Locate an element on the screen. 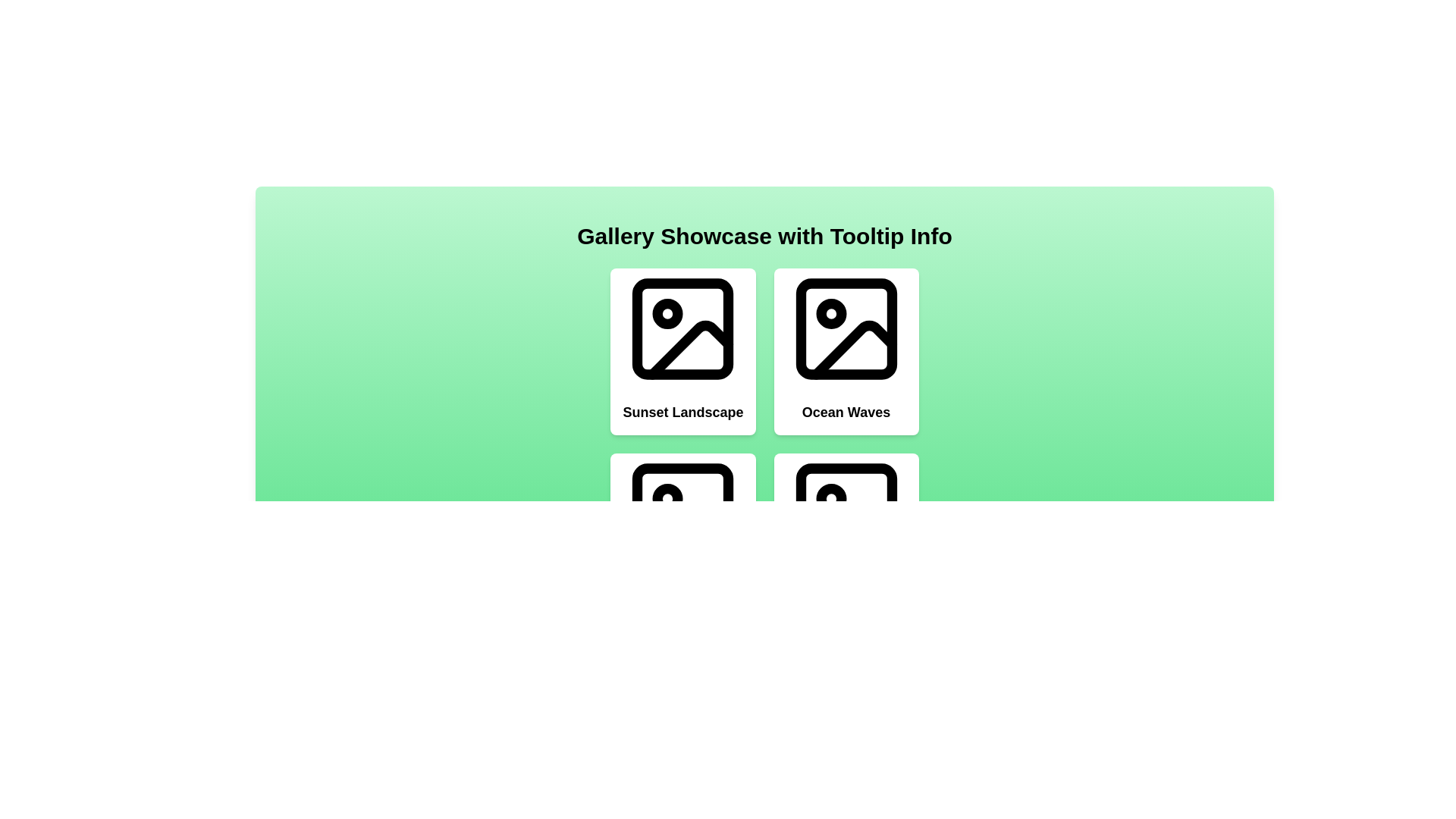 This screenshot has width=1456, height=819. text label that displays 'Ocean Waves', which is located at the bottom-center of a card in the second column of the first row in a grid layout is located at coordinates (846, 412).